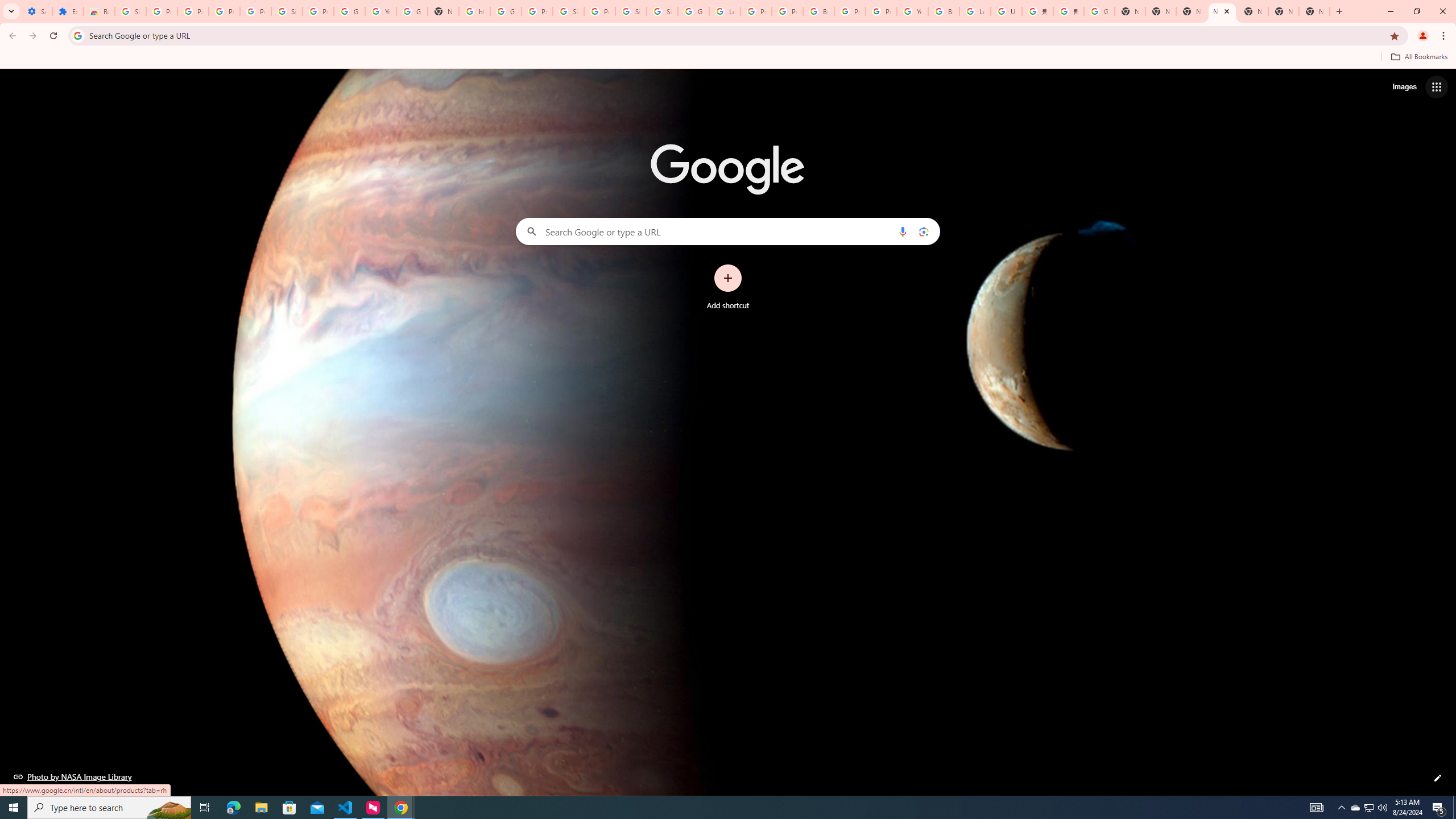 This screenshot has width=1456, height=819. What do you see at coordinates (349, 11) in the screenshot?
I see `'Google Account'` at bounding box center [349, 11].